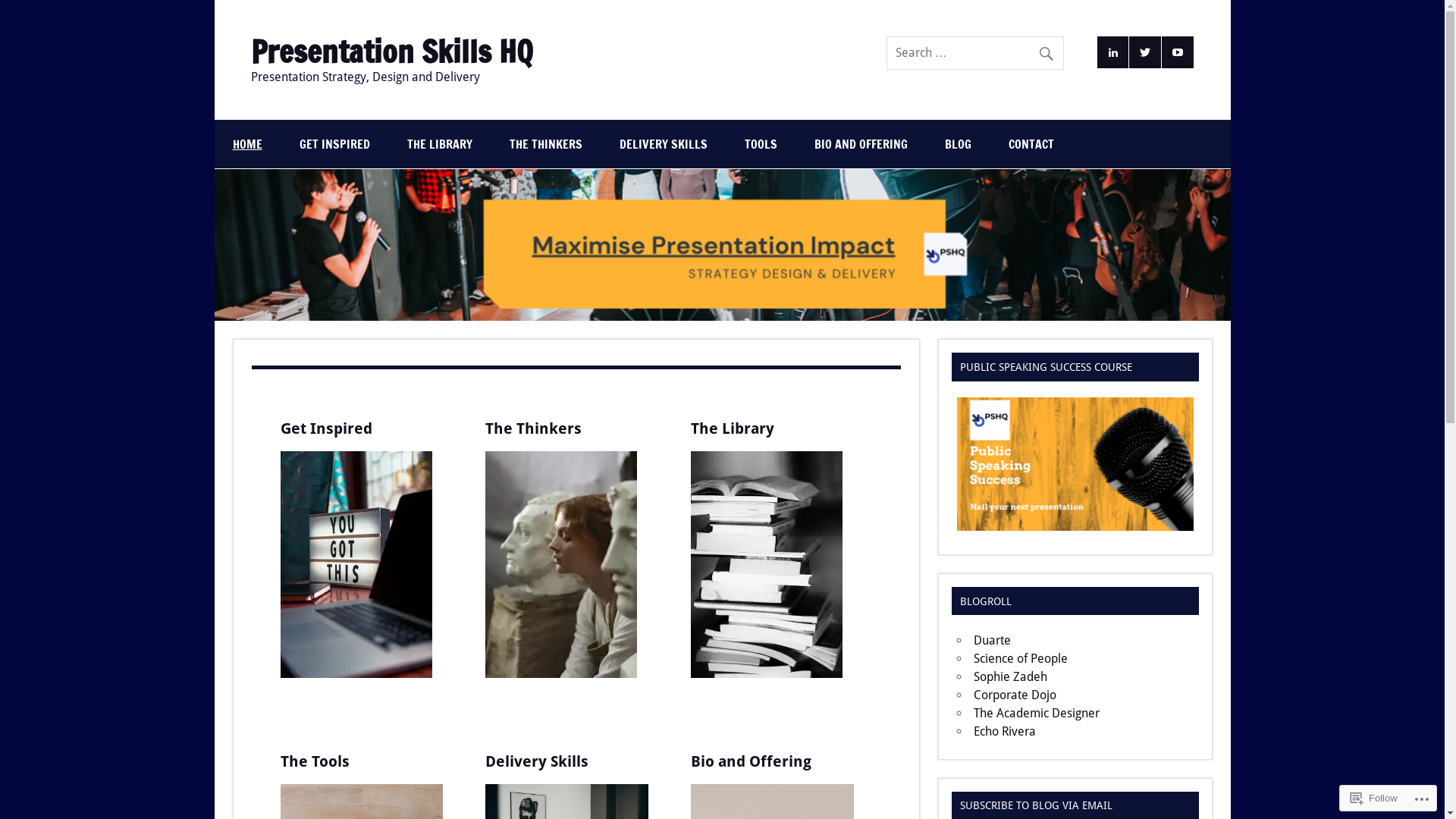  Describe the element at coordinates (333, 143) in the screenshot. I see `'GET INSPIRED'` at that location.